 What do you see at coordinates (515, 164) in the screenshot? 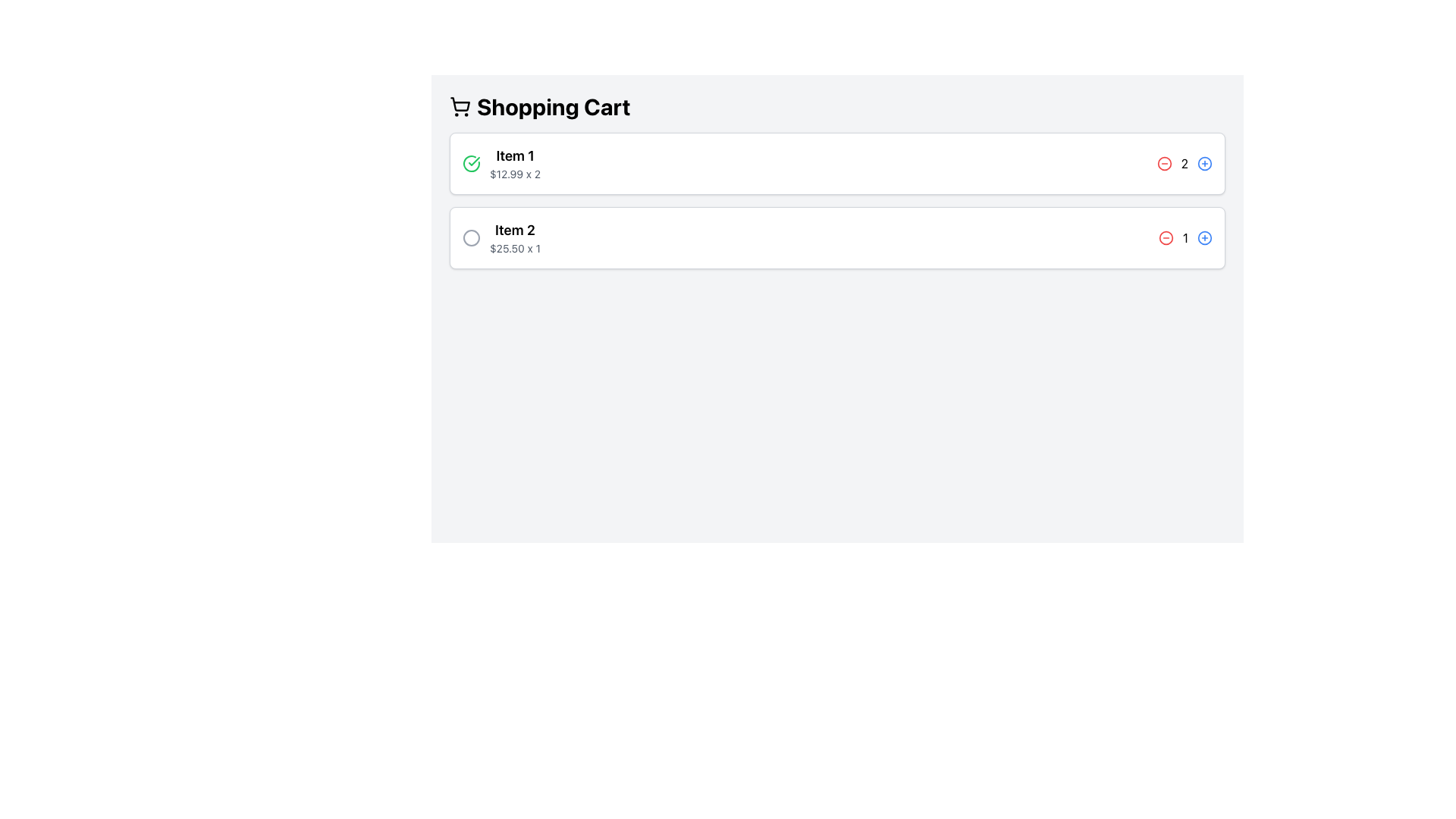
I see `details of the text label containing 'Item 1' with details '$12.99 x 2' in the shopping cart interface` at bounding box center [515, 164].